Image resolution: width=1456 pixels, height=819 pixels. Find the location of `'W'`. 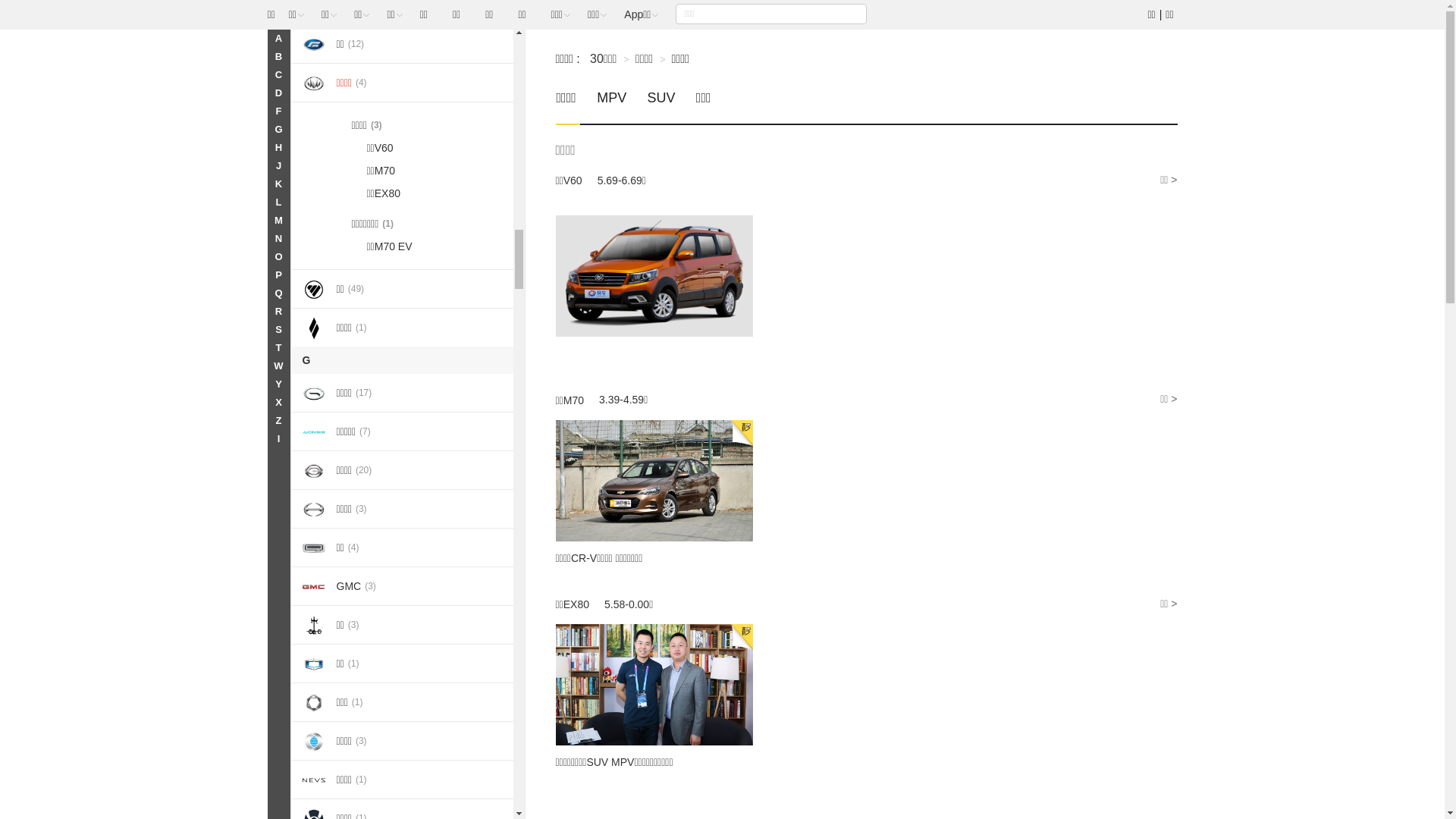

'W' is located at coordinates (278, 366).